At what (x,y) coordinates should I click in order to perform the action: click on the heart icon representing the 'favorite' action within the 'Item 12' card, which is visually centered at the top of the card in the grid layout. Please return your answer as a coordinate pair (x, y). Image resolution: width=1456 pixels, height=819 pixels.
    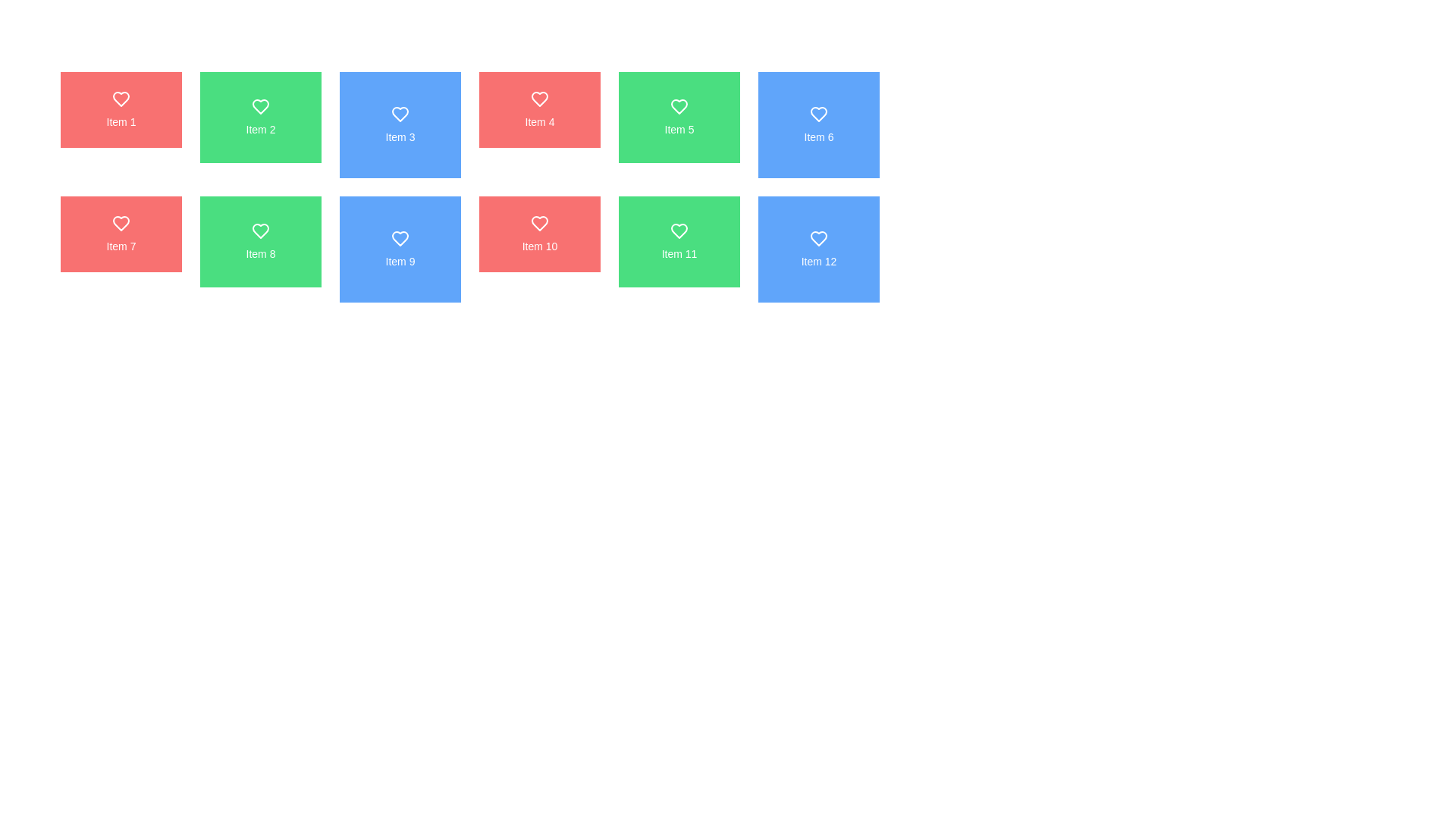
    Looking at the image, I should click on (818, 239).